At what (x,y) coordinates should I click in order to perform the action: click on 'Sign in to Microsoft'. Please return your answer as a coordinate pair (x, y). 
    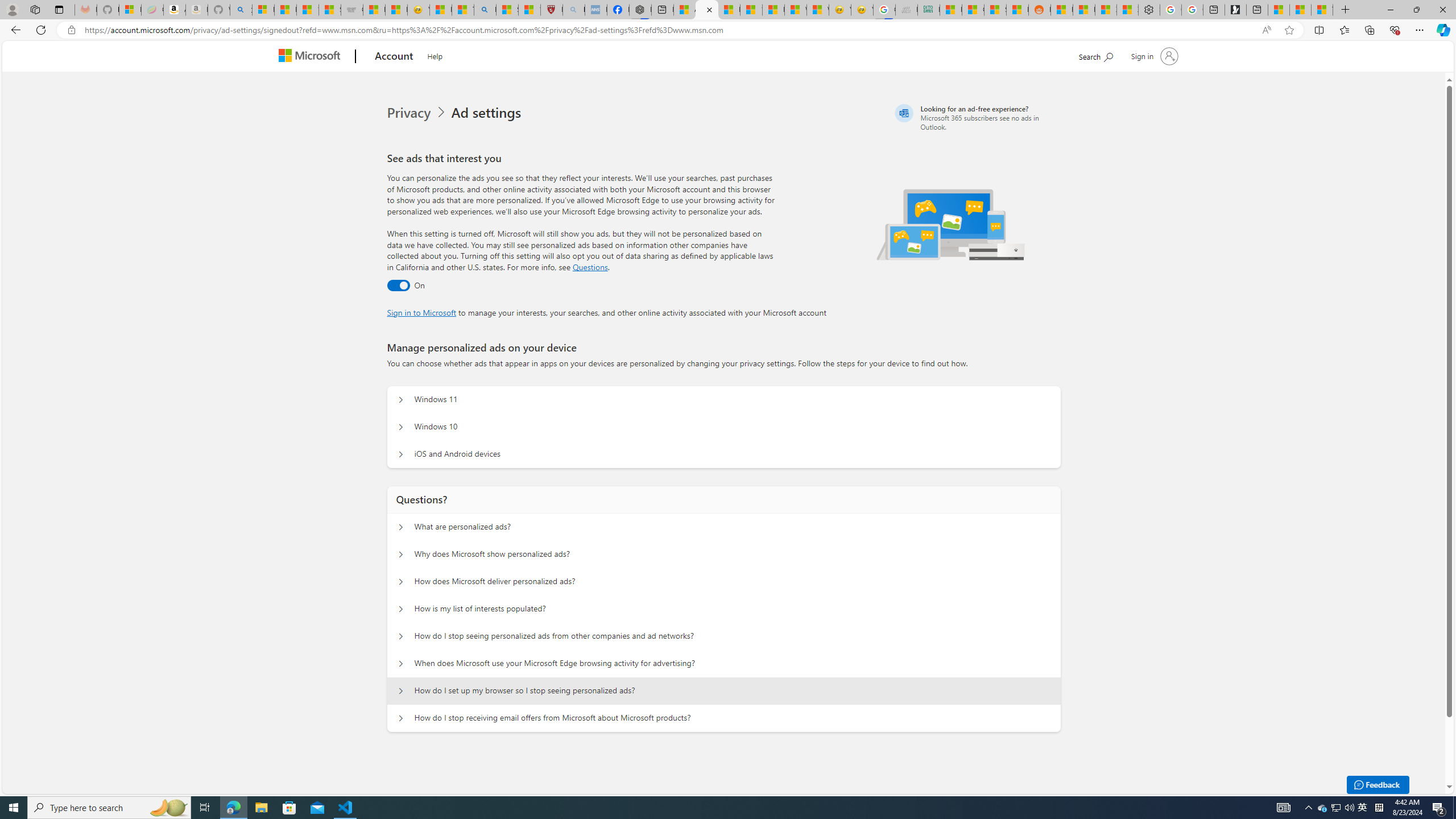
    Looking at the image, I should click on (421, 311).